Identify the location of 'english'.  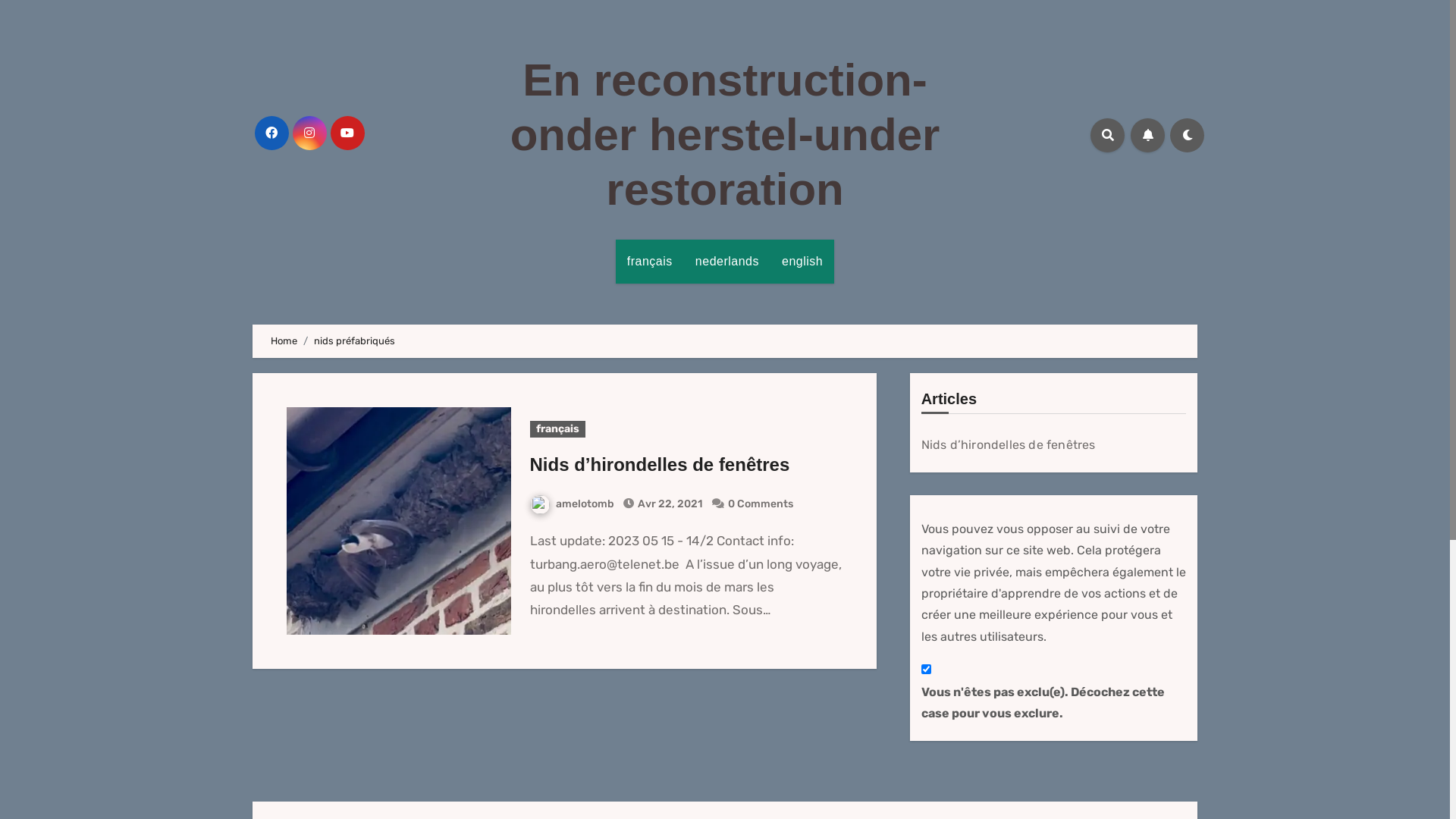
(770, 260).